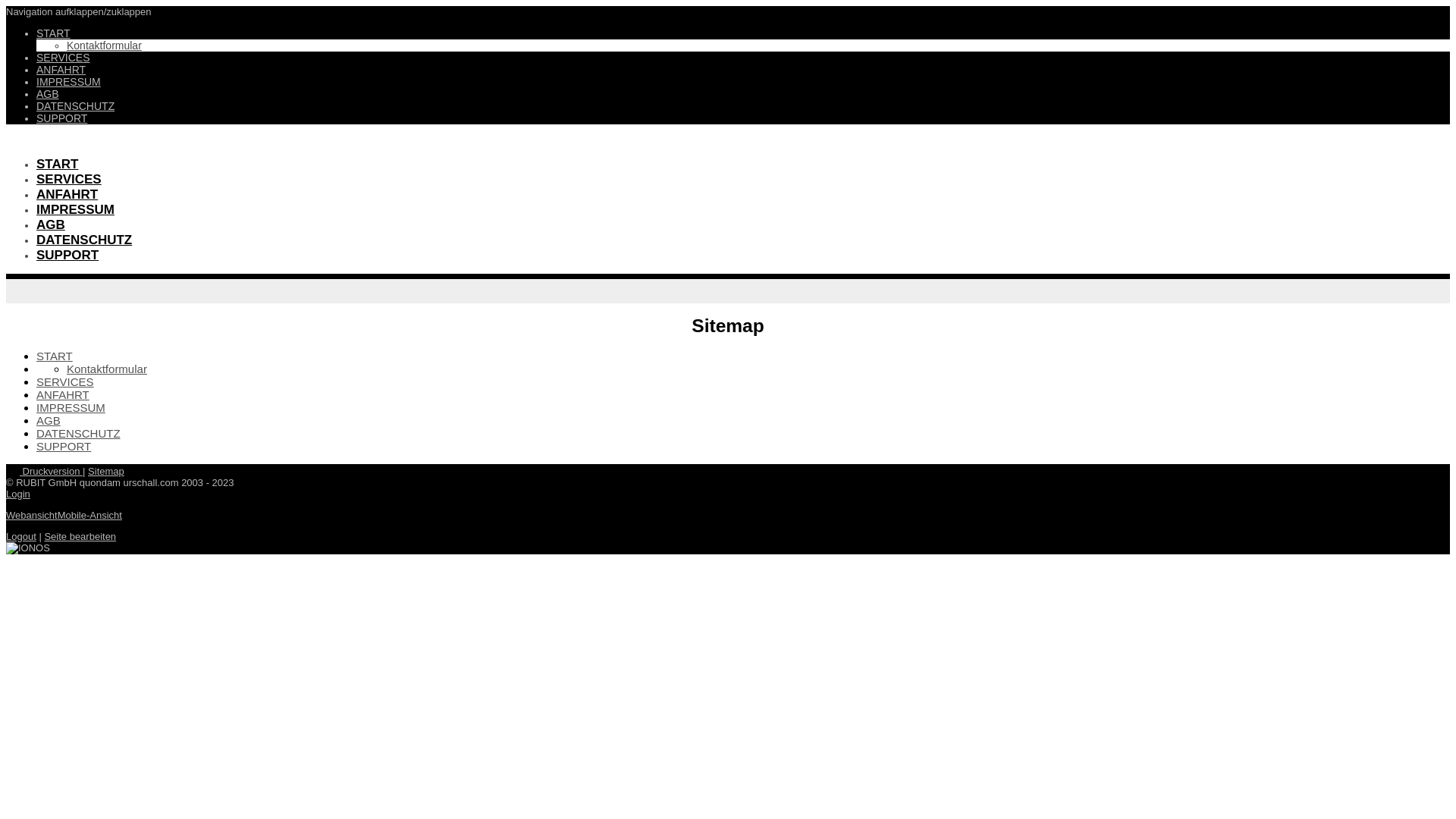  Describe the element at coordinates (105, 470) in the screenshot. I see `'Sitemap'` at that location.